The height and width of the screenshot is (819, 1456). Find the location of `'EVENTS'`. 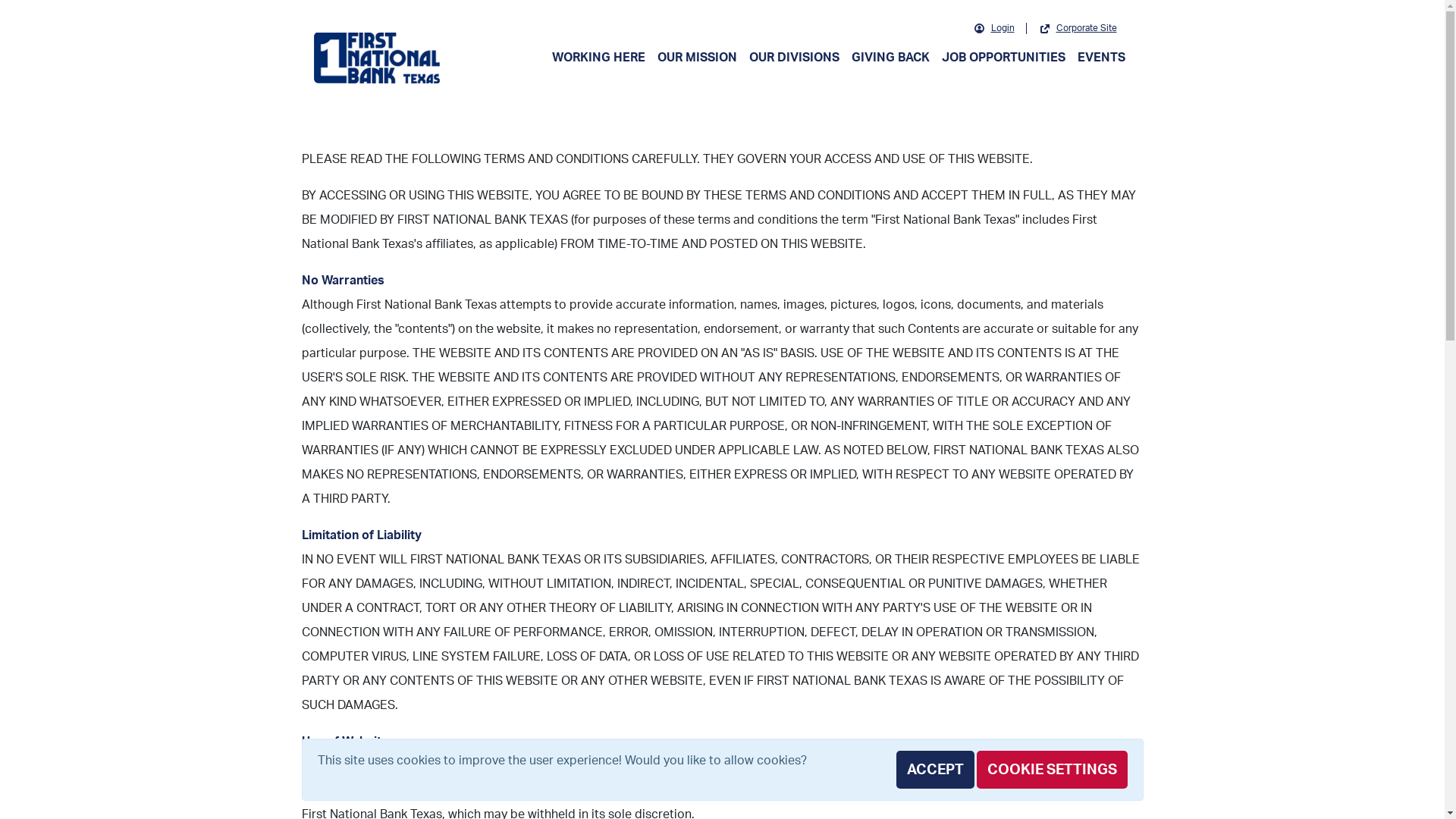

'EVENTS' is located at coordinates (1069, 57).